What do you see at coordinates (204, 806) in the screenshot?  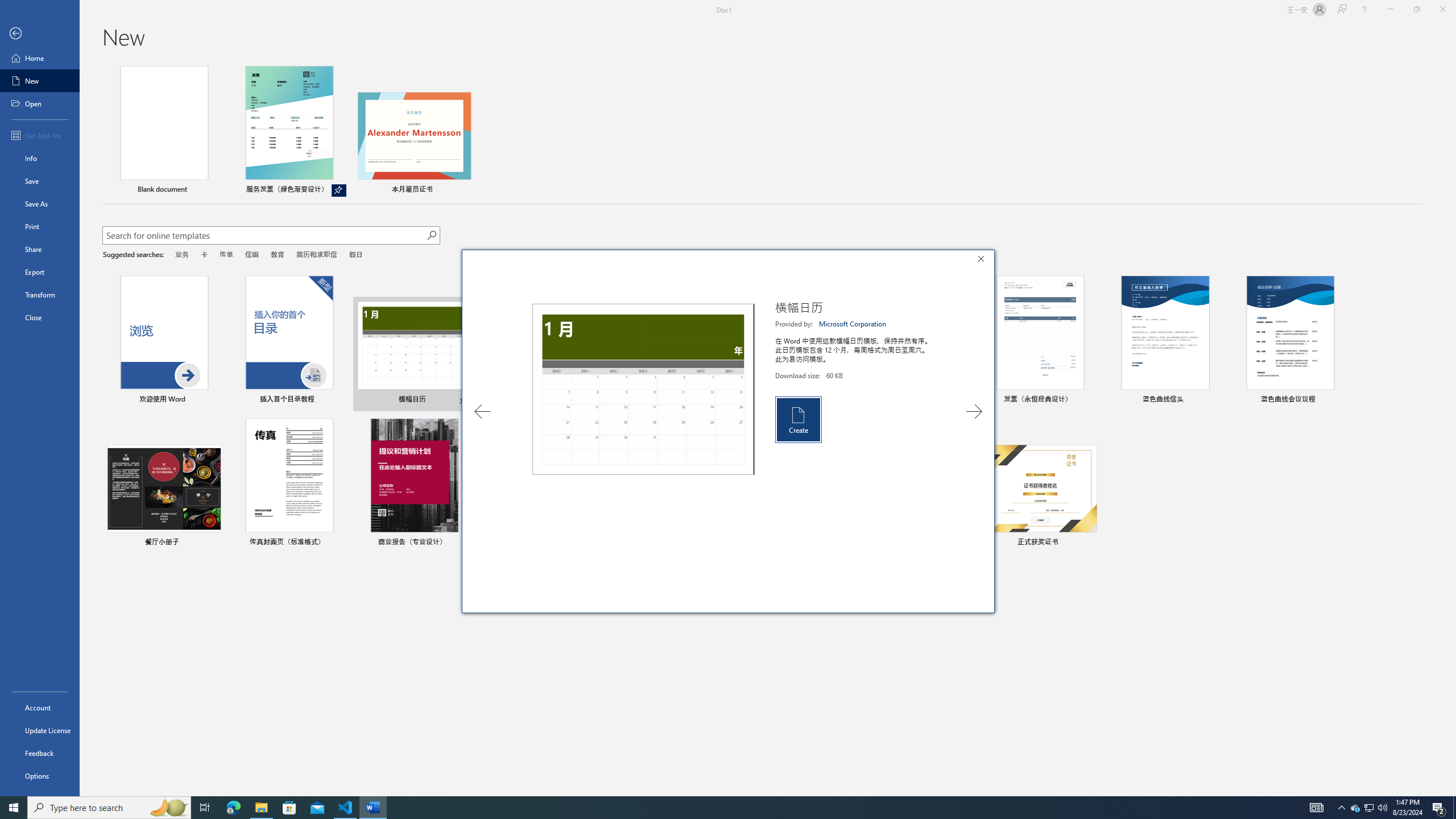 I see `'Task View'` at bounding box center [204, 806].